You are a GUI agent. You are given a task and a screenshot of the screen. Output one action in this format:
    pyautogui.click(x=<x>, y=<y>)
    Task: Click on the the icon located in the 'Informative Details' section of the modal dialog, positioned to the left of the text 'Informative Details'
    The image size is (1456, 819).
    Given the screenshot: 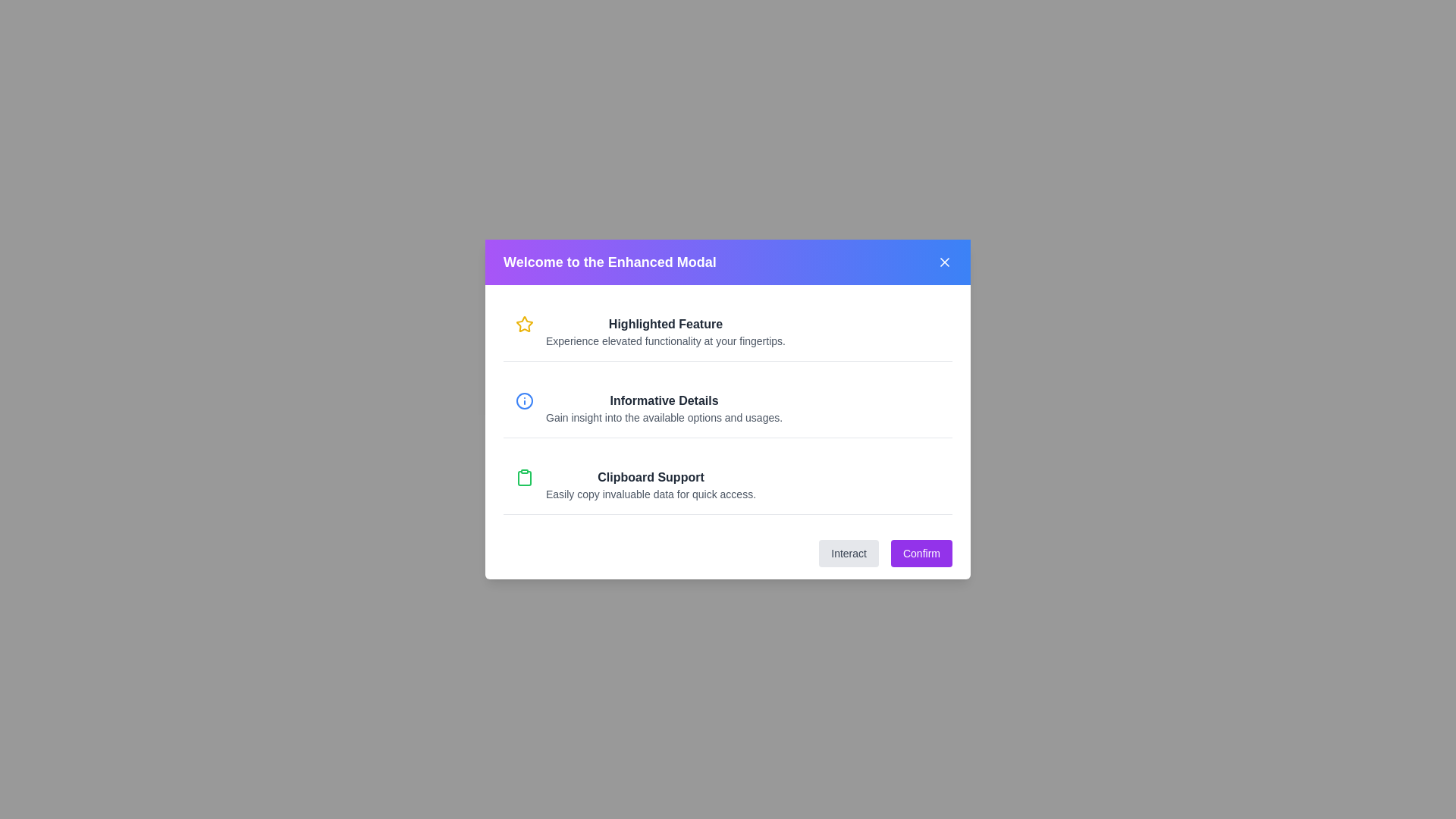 What is the action you would take?
    pyautogui.click(x=524, y=400)
    